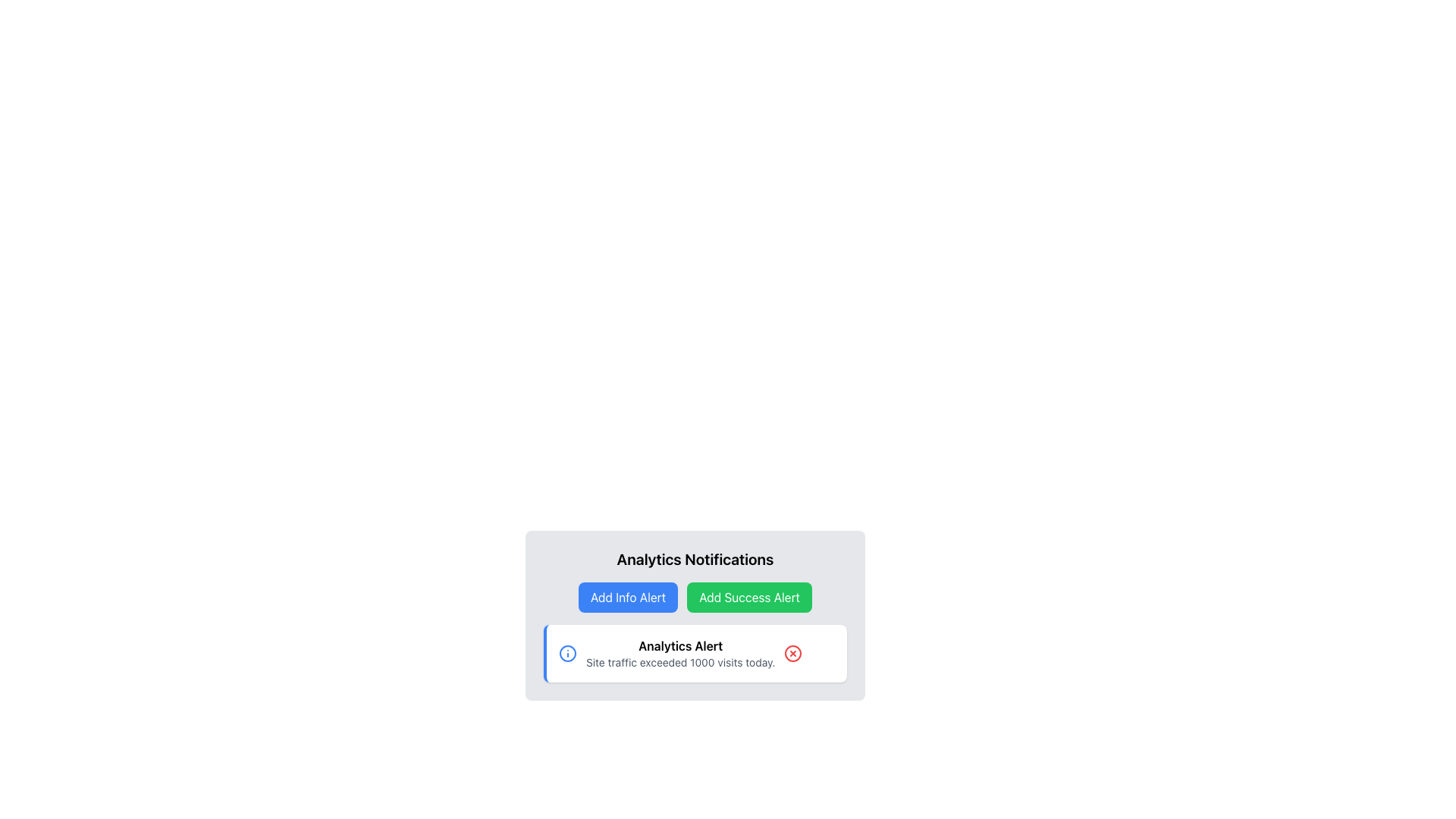  Describe the element at coordinates (749, 596) in the screenshot. I see `the green button labeled 'Add Success Alert'` at that location.